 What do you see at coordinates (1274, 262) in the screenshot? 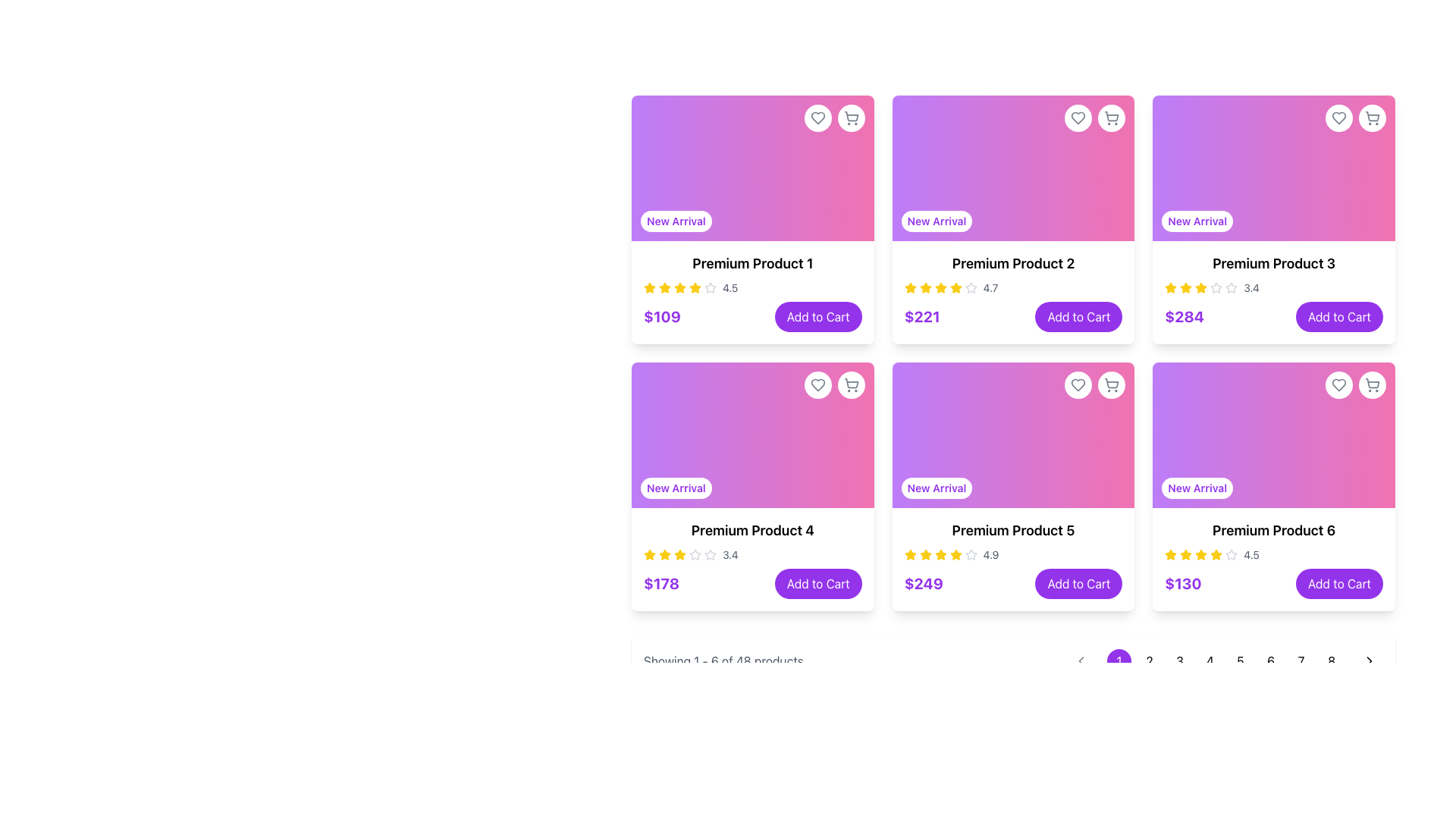
I see `text content of the label displaying 'Premium Product 3' which is located in the top row, third column of the product card grid` at bounding box center [1274, 262].